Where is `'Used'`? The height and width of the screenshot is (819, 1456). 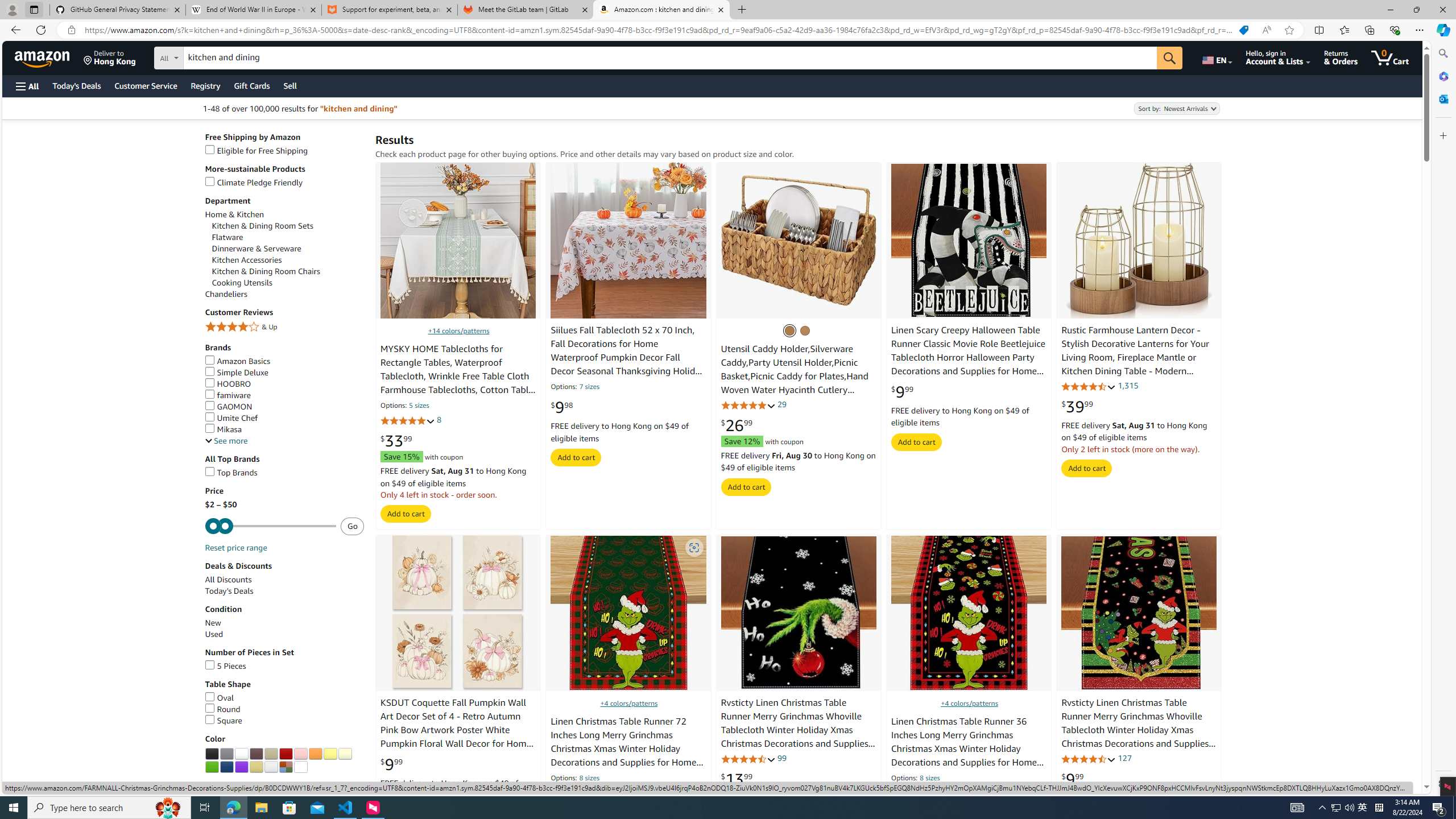
'Used' is located at coordinates (214, 634).